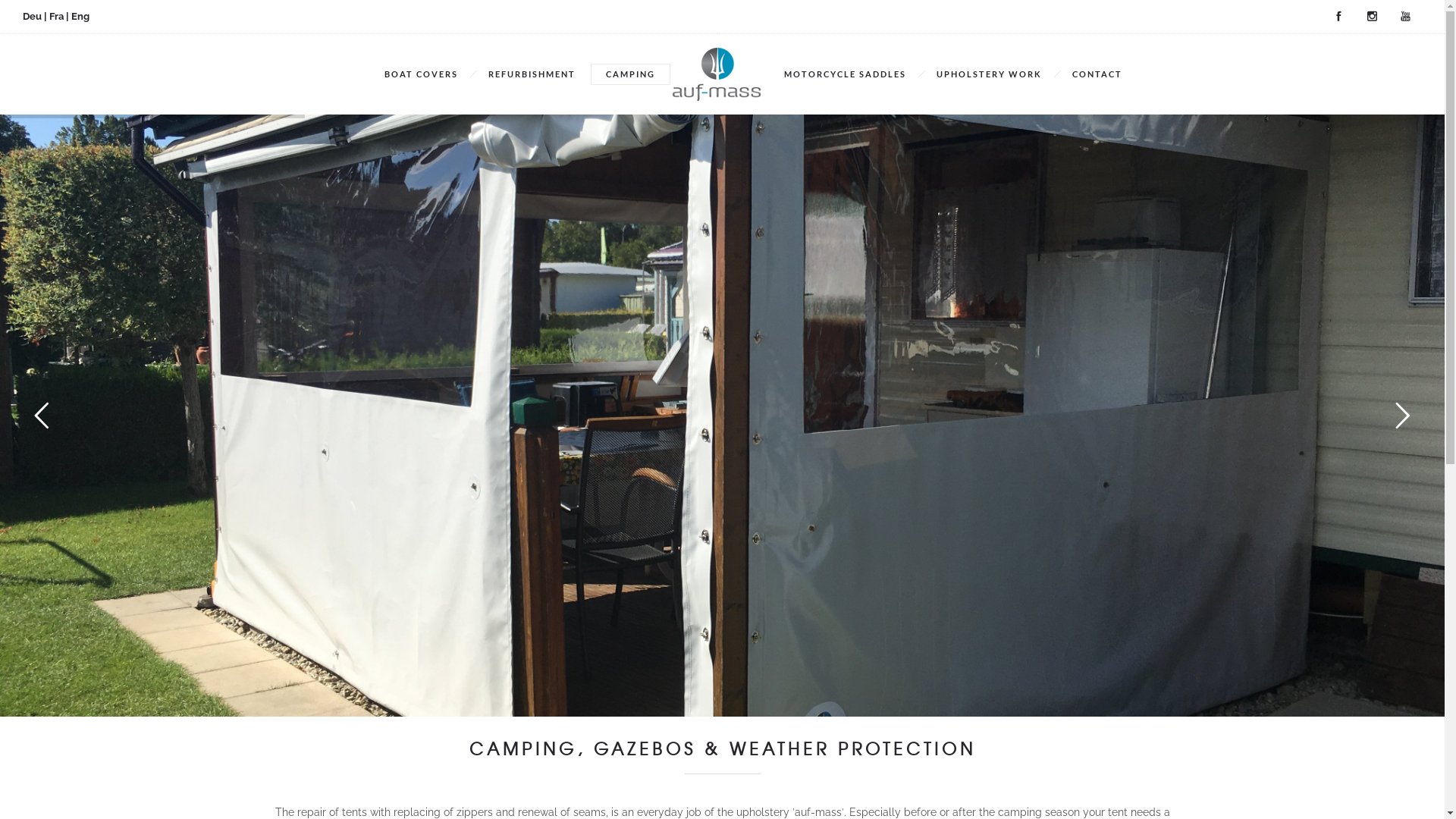  What do you see at coordinates (421, 74) in the screenshot?
I see `'BOAT COVERS'` at bounding box center [421, 74].